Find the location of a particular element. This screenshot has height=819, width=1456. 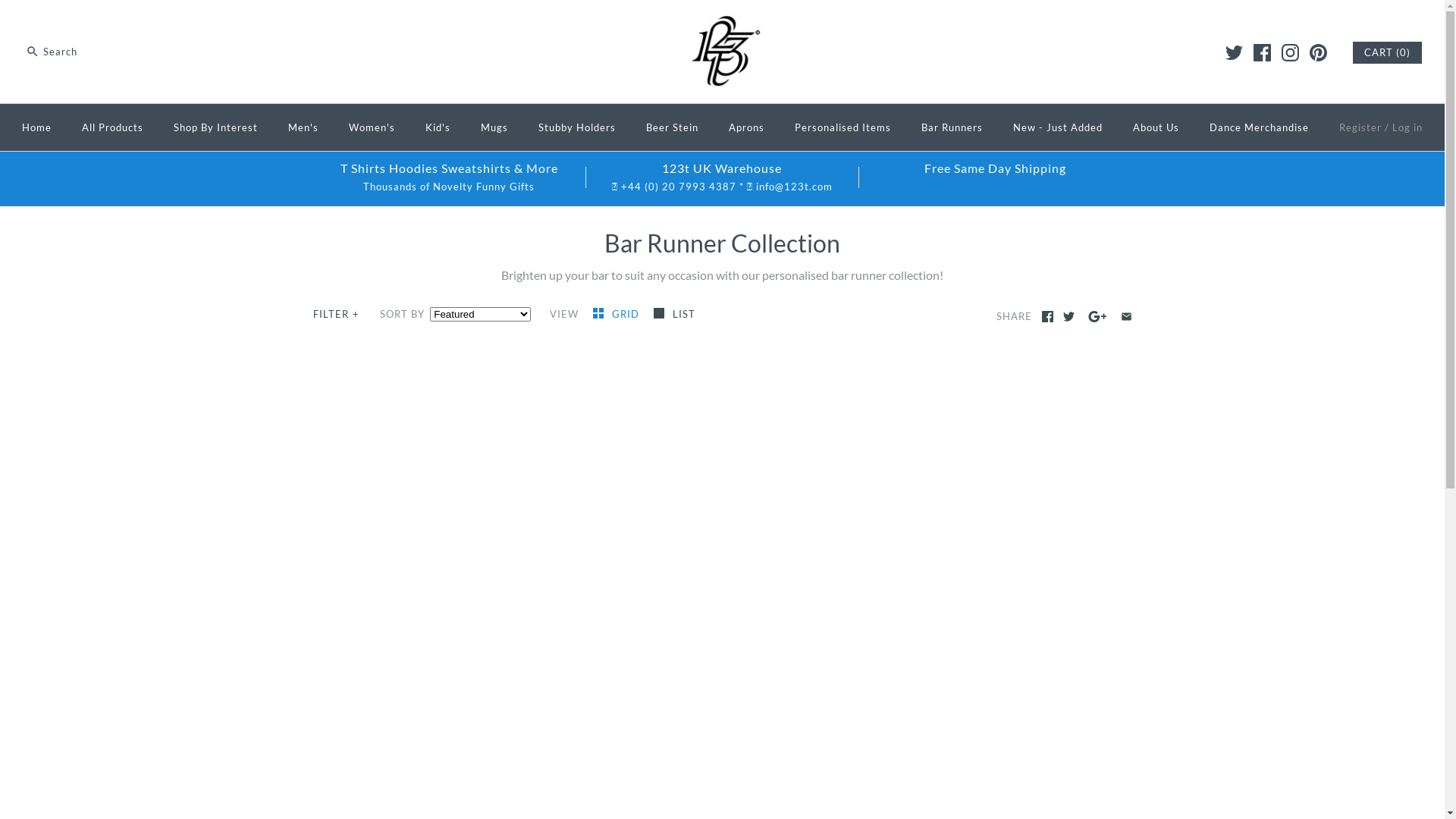

'Email' is located at coordinates (1126, 315).